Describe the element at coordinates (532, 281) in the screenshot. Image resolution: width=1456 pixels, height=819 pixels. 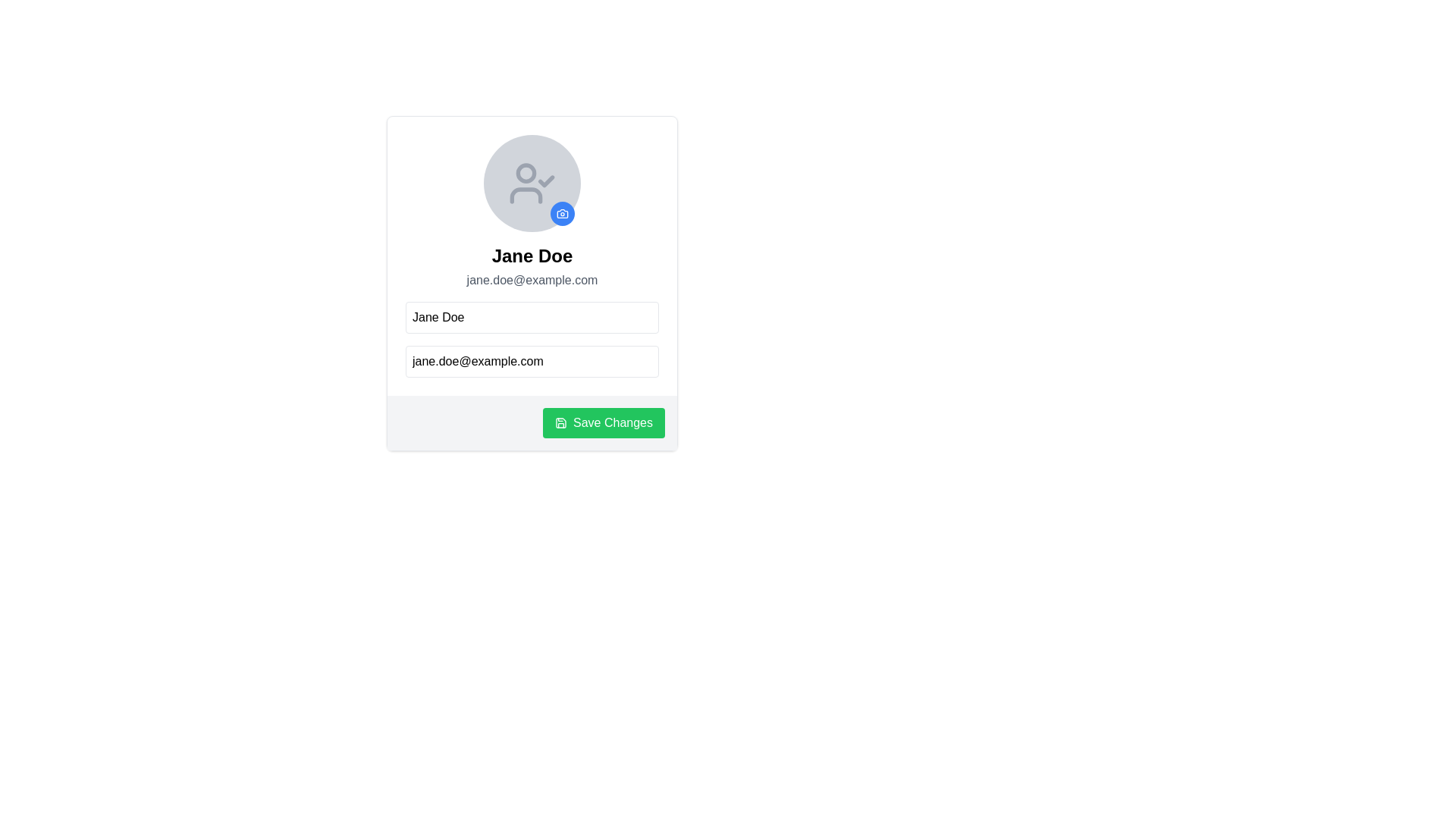
I see `the text label displaying the email 'jane.doe@example.com', which is styled in gray and positioned beneath the header 'Jane Doe' within the user profile card` at that location.